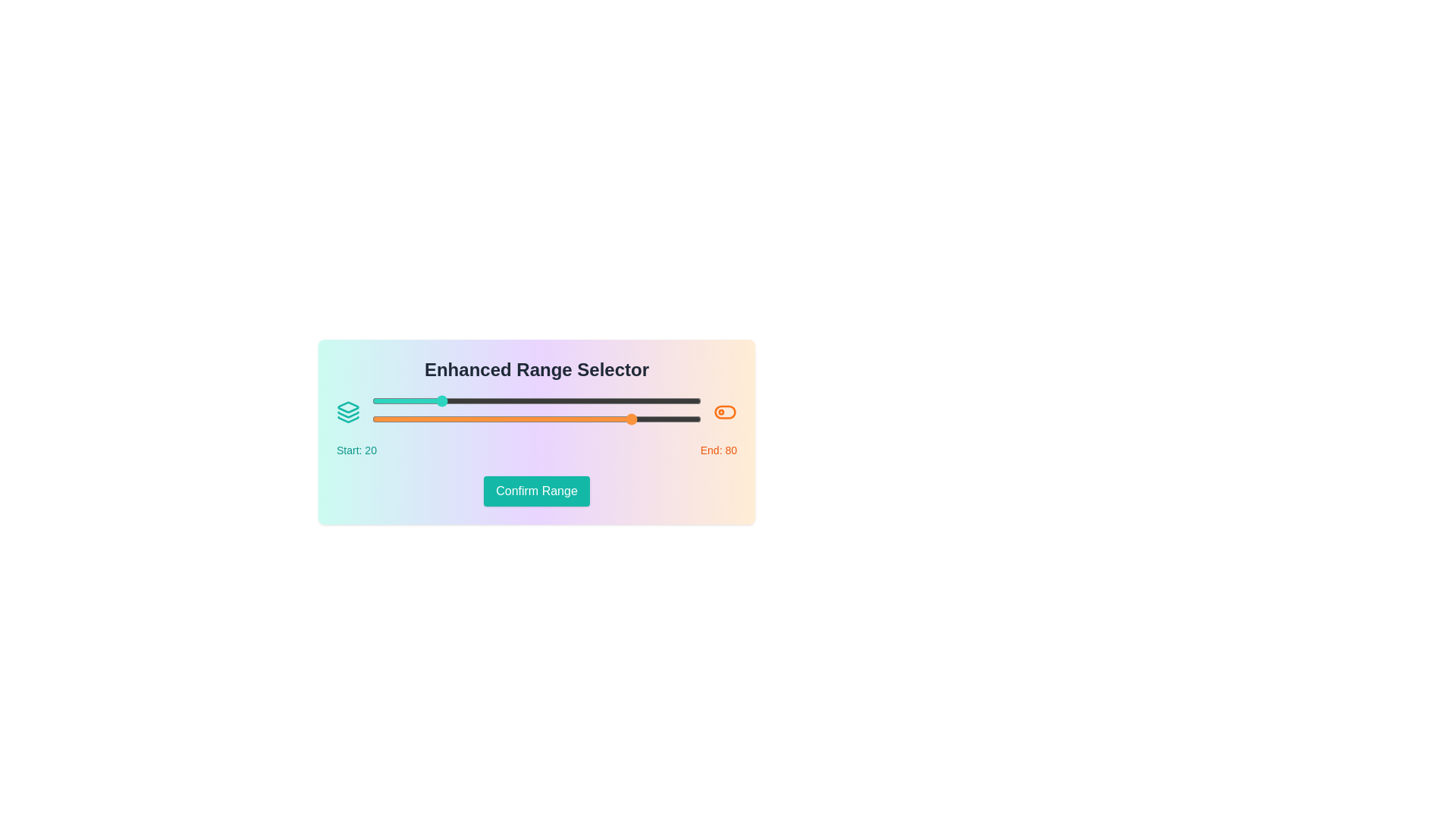  I want to click on the slider value, so click(500, 419).